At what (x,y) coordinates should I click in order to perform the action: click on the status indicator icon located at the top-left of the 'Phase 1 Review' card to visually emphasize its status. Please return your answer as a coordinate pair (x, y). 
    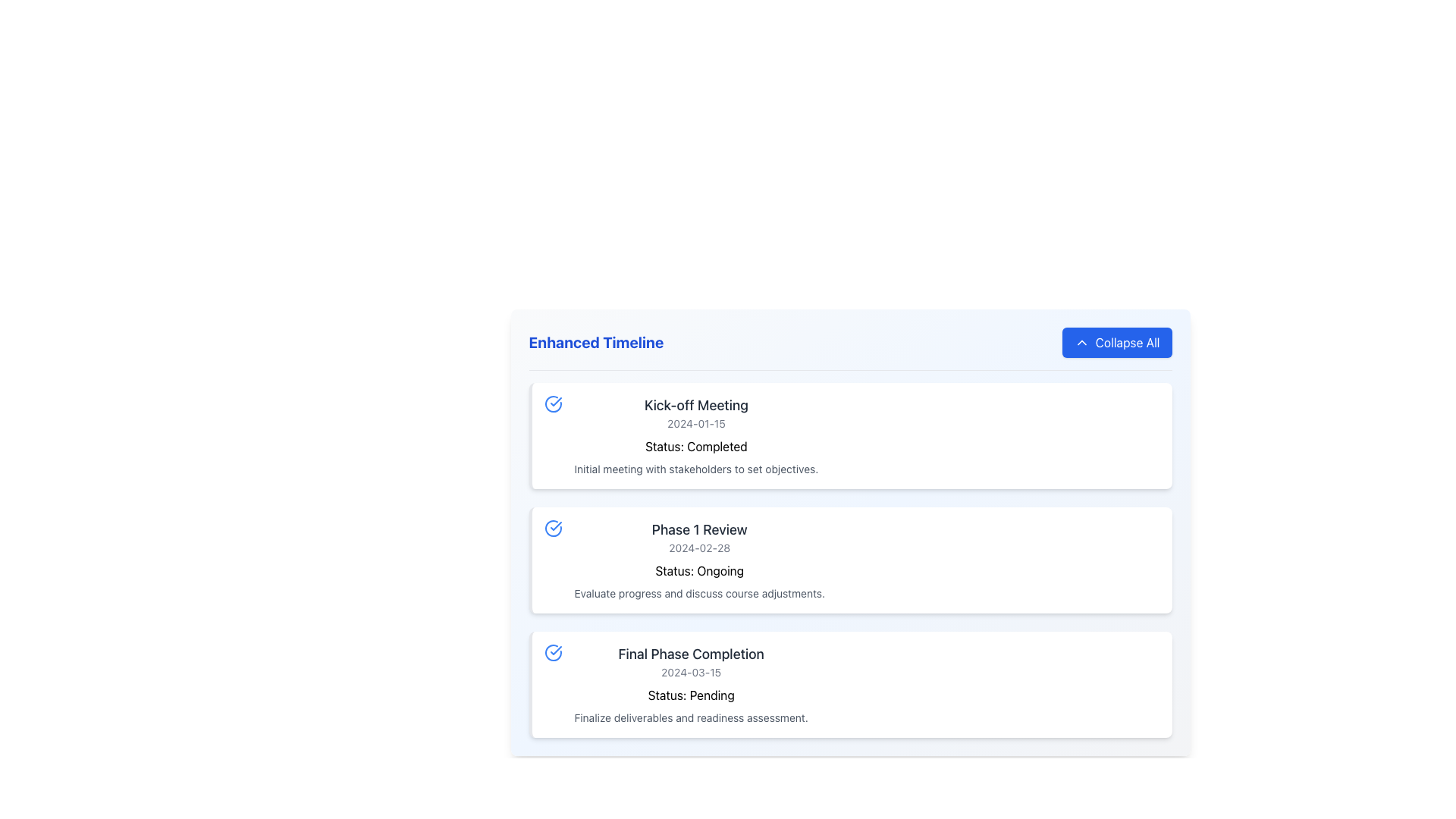
    Looking at the image, I should click on (552, 528).